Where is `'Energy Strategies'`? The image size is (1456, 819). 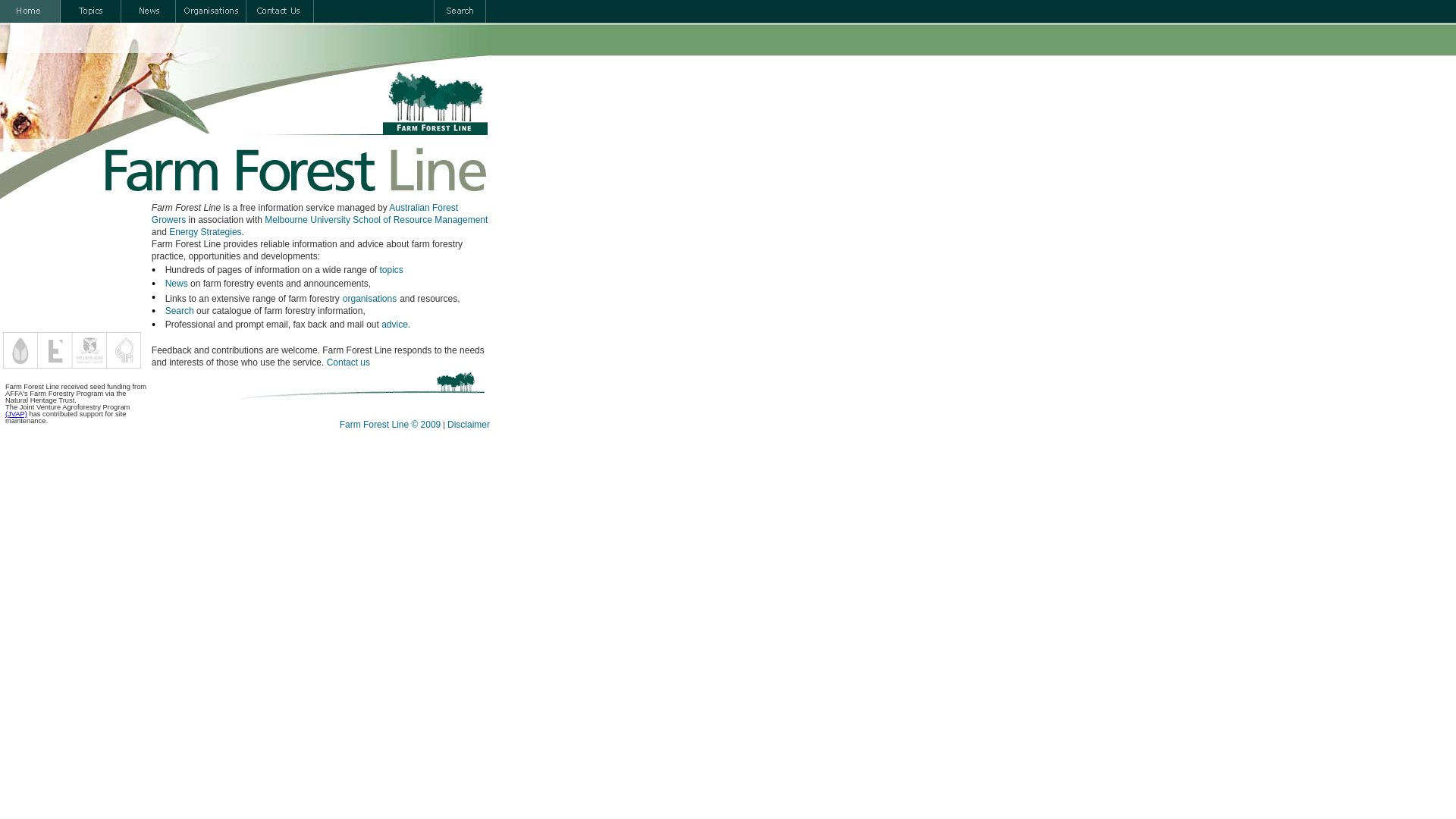 'Energy Strategies' is located at coordinates (204, 231).